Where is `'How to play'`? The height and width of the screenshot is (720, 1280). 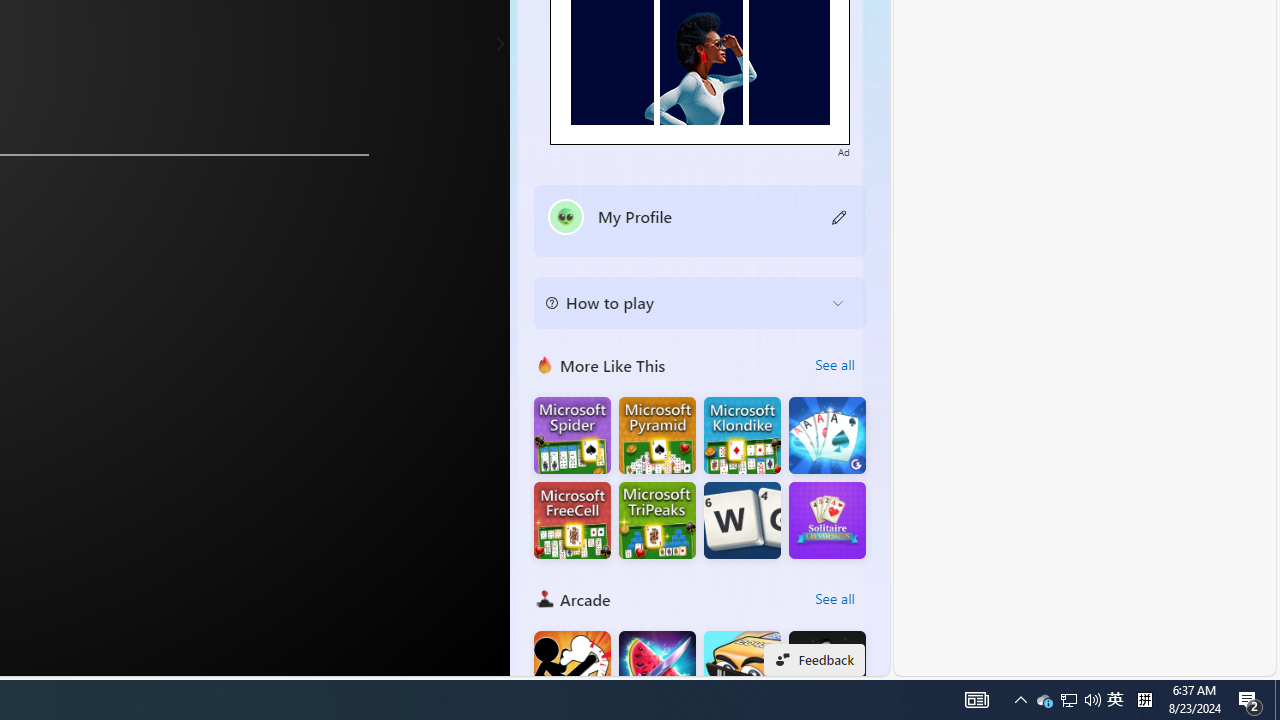
'How to play' is located at coordinates (684, 303).